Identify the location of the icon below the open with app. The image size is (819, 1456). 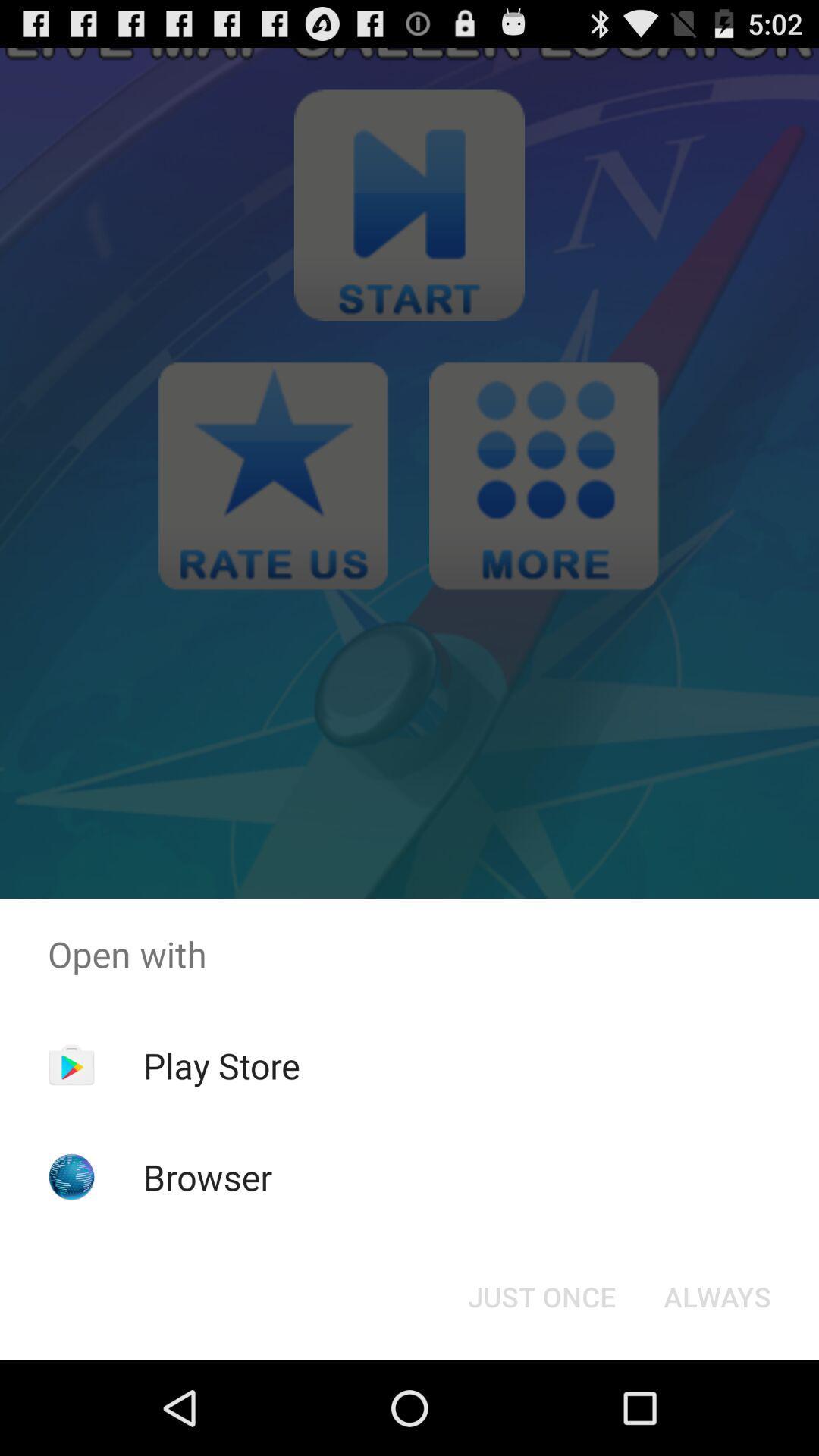
(221, 1065).